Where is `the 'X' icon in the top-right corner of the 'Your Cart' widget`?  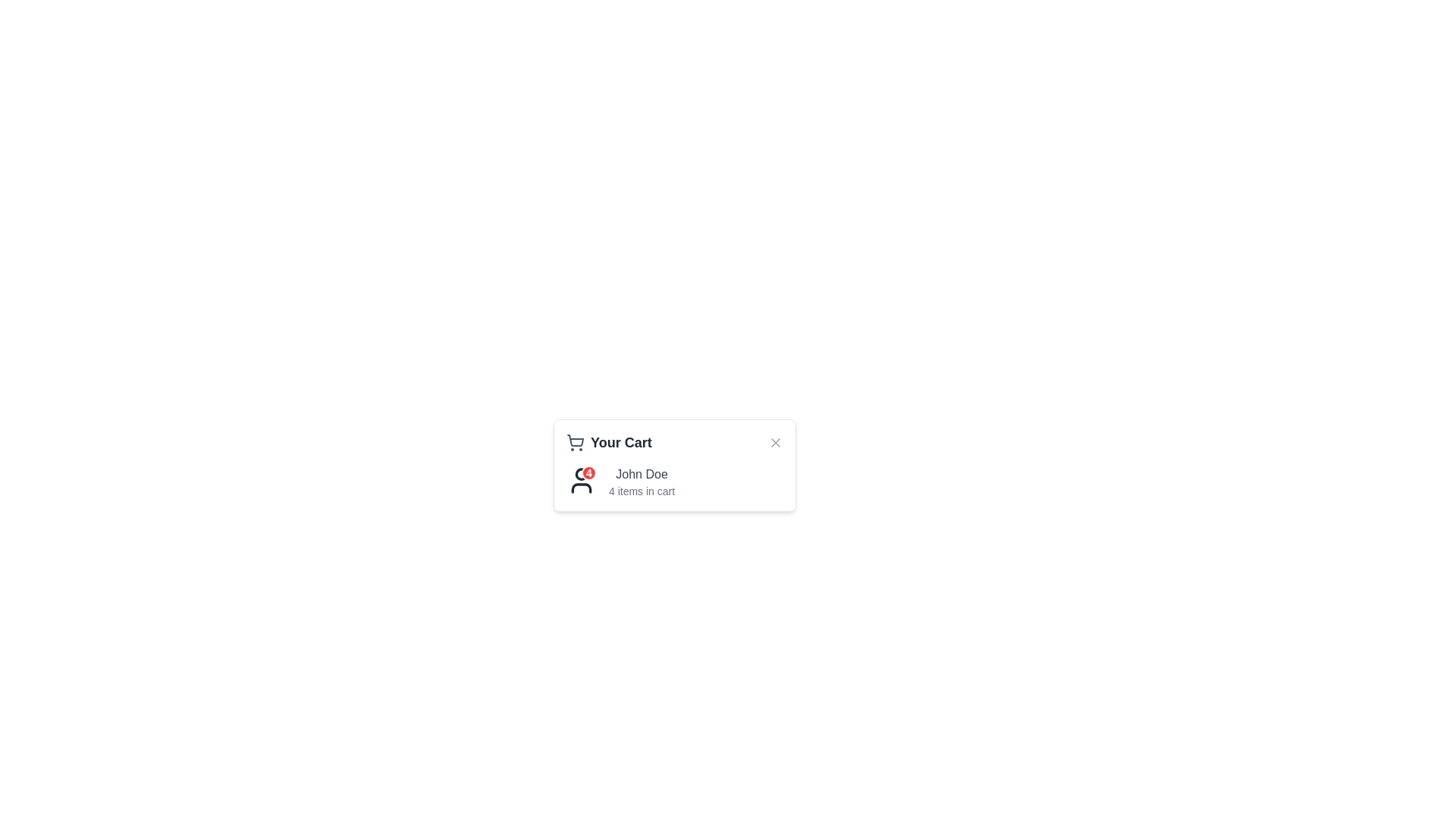 the 'X' icon in the top-right corner of the 'Your Cart' widget is located at coordinates (775, 442).